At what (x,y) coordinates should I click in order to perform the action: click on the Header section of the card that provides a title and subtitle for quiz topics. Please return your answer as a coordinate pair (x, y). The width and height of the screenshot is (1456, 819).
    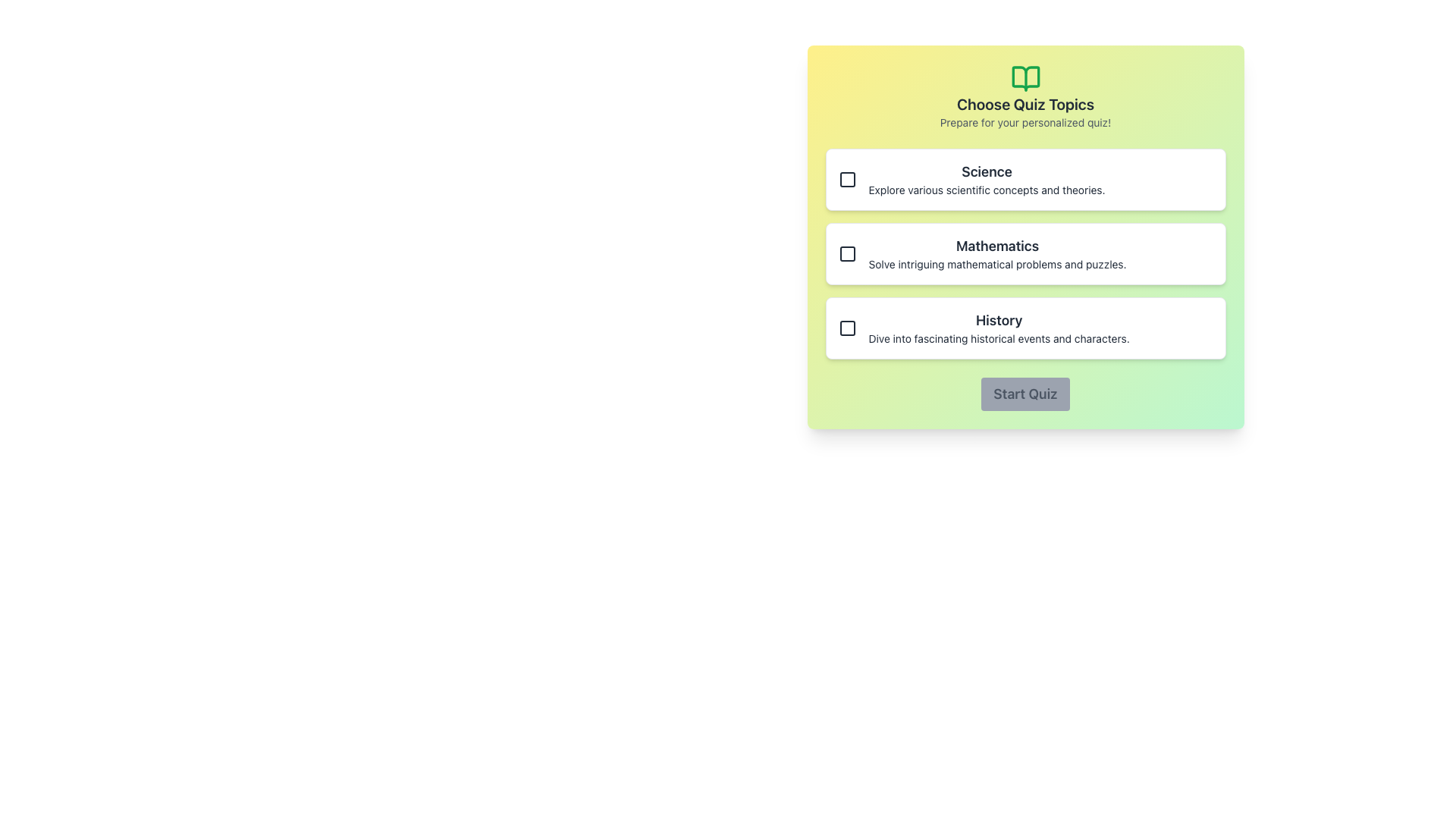
    Looking at the image, I should click on (1025, 96).